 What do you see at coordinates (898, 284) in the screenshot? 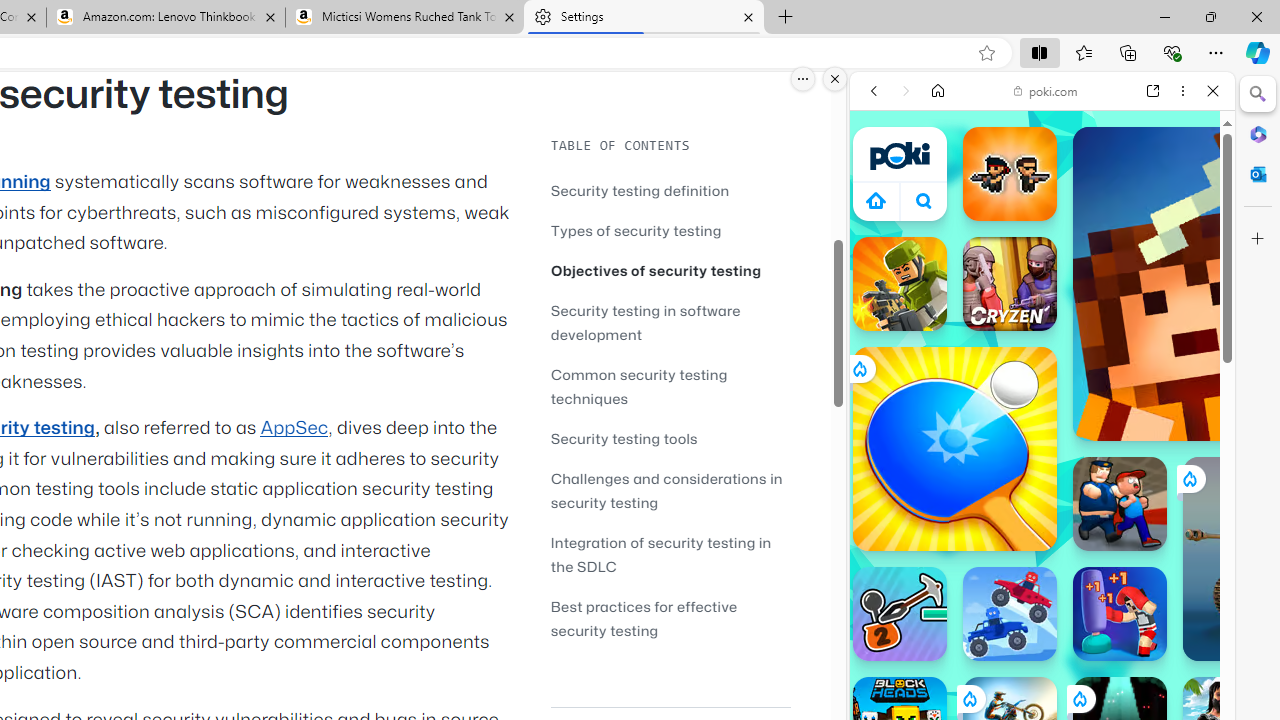
I see `'Kour.io'` at bounding box center [898, 284].